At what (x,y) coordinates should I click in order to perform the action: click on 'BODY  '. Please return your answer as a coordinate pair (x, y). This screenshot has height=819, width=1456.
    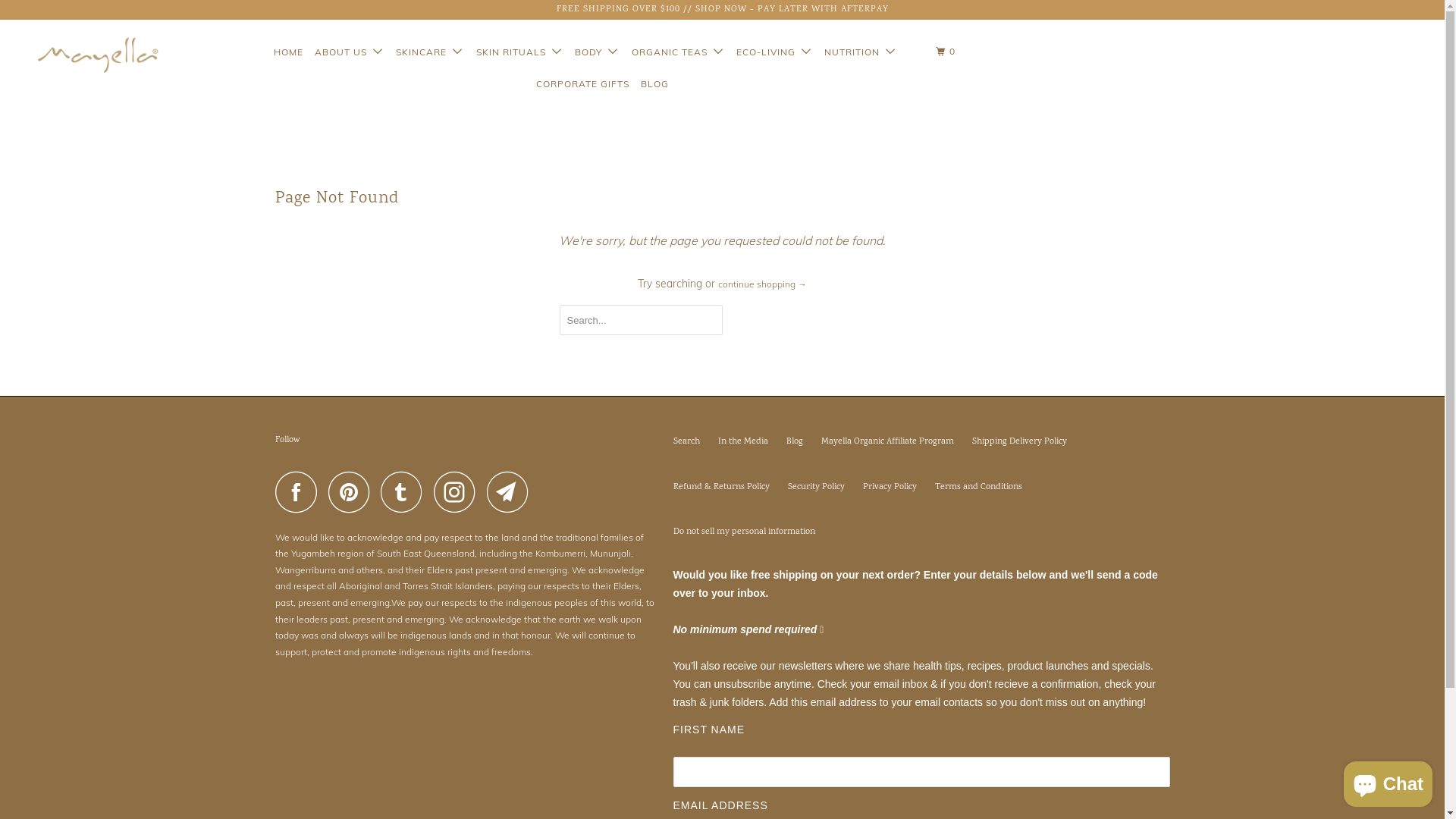
    Looking at the image, I should click on (596, 51).